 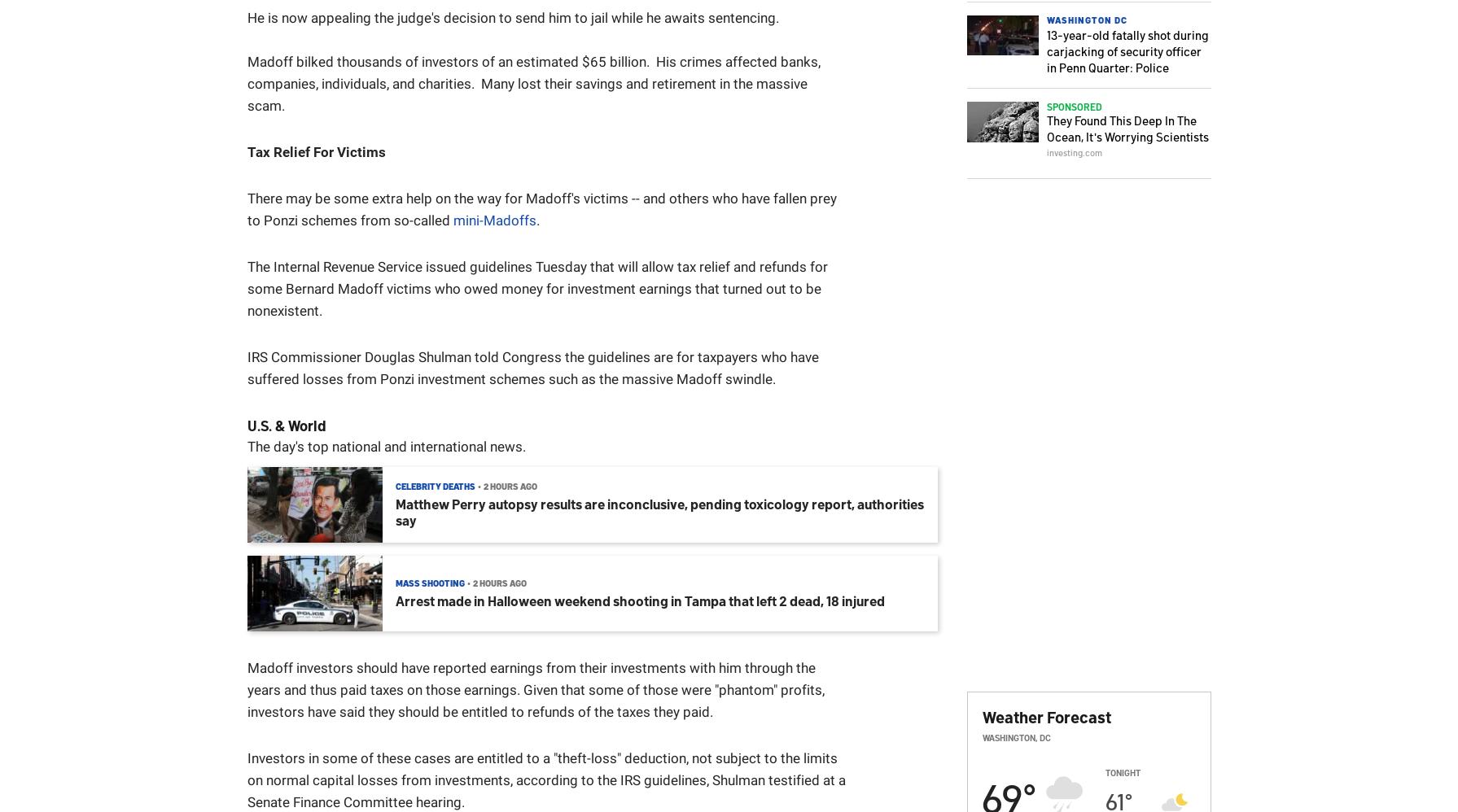 I want to click on 'Madoff investors should have reported earnings from their investments with him through the years and thus paid taxes on those earnings. Given that some of those were "phantom" profits, investors have said they should be entitled to refunds of the taxes they paid.', so click(x=535, y=690).